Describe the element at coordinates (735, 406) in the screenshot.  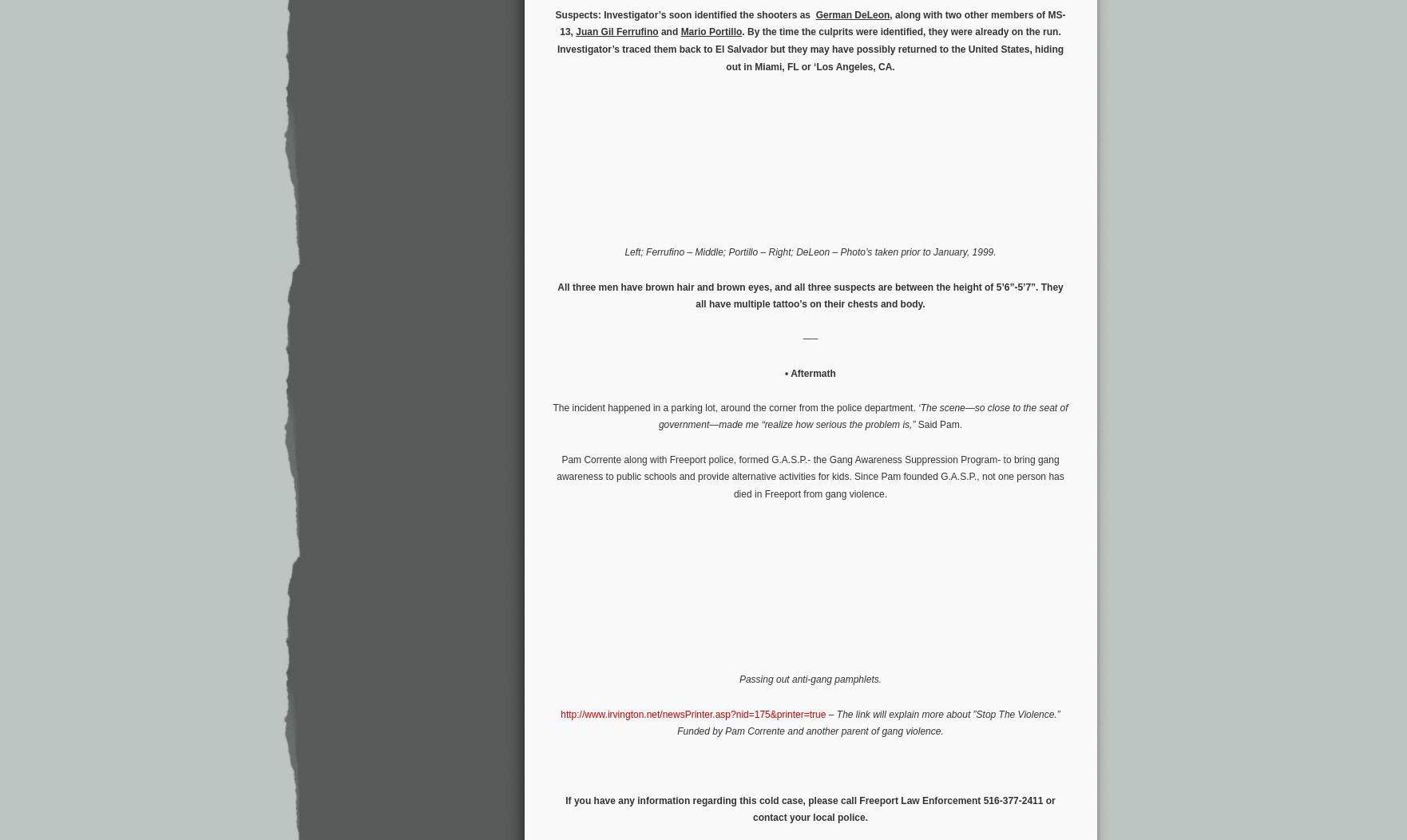
I see `'The incident happened in a parking lot, around the corner from the police department.'` at that location.